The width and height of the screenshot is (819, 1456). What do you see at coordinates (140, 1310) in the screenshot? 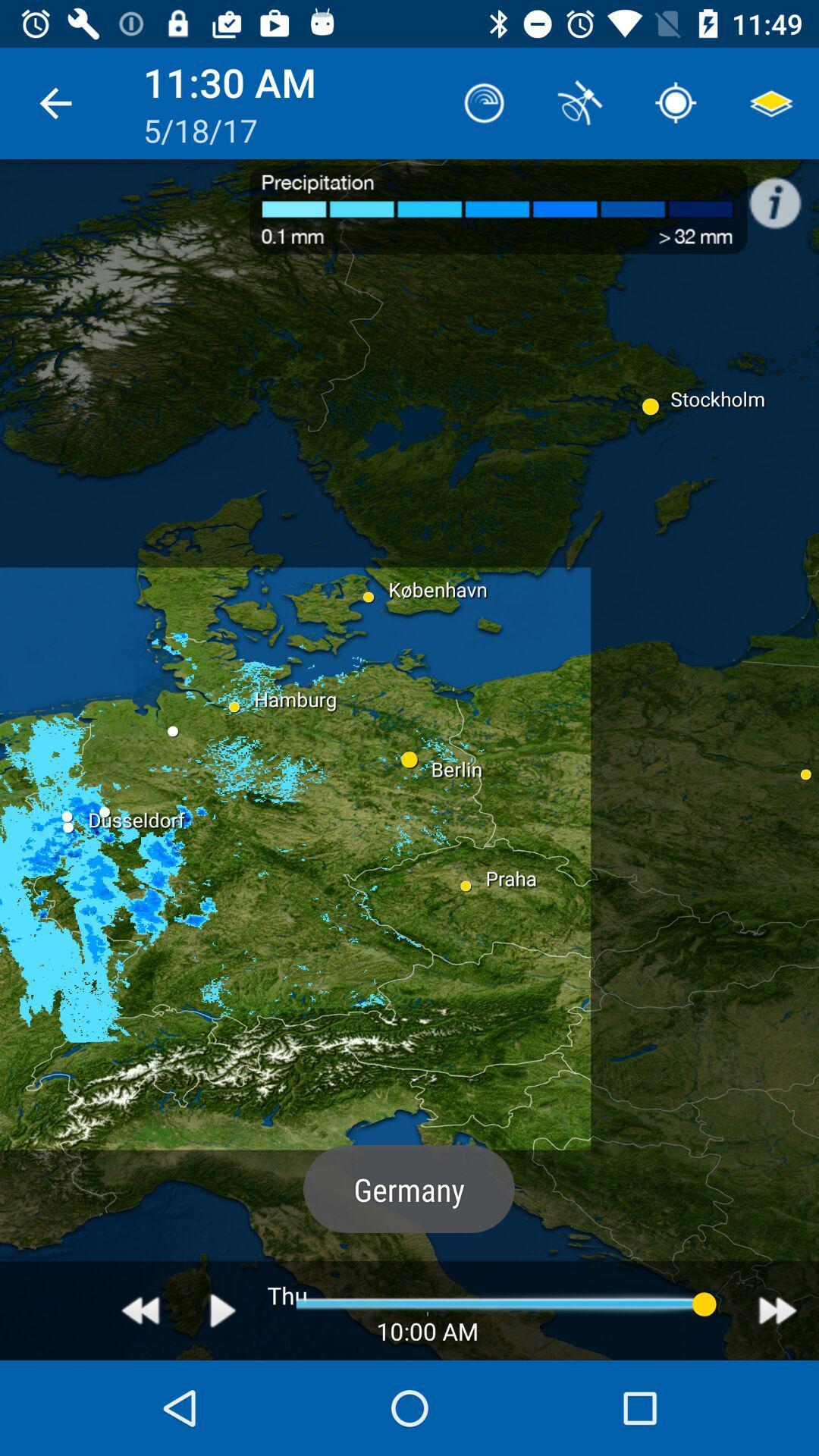
I see `go back` at bounding box center [140, 1310].